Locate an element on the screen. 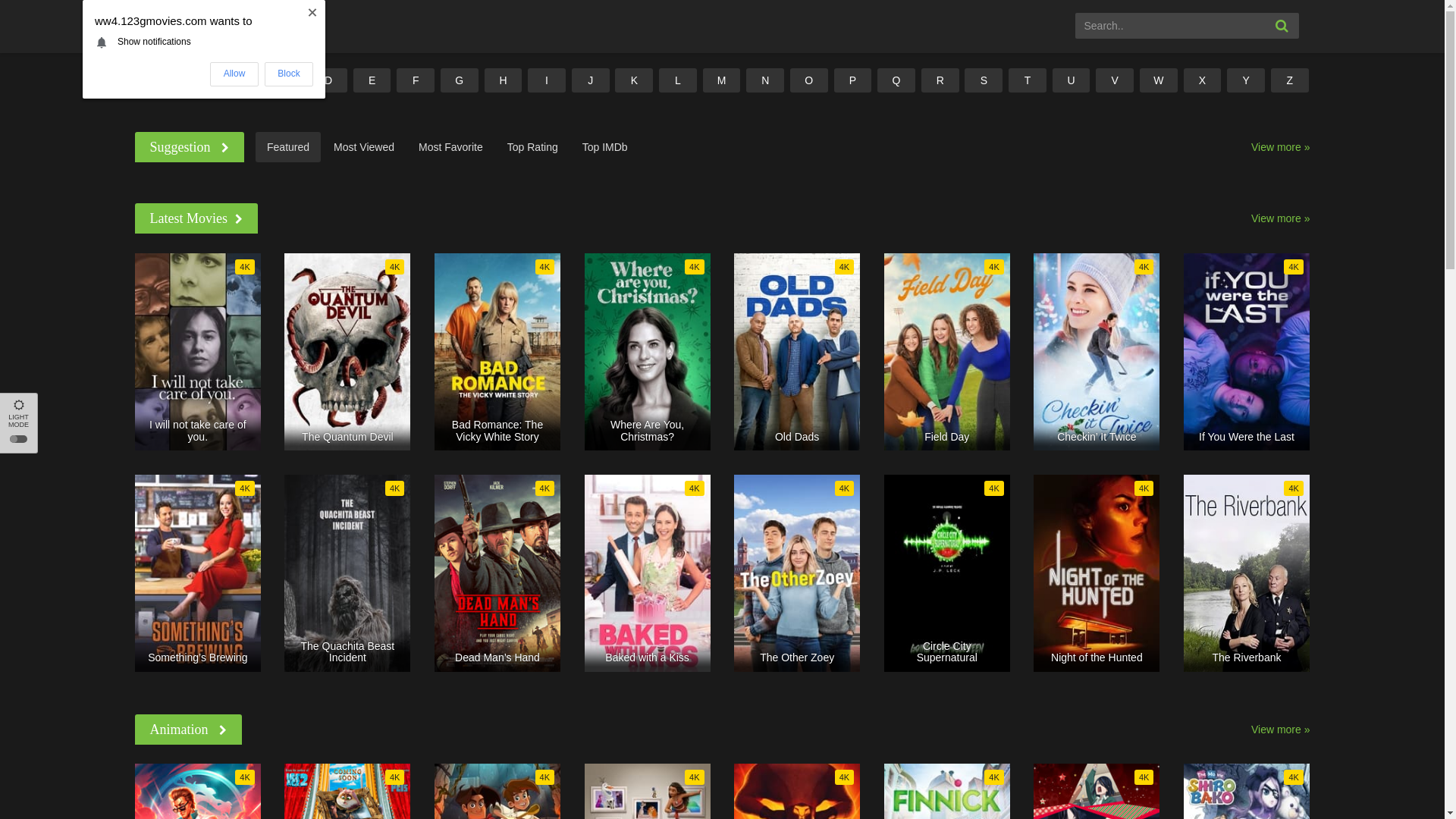 The height and width of the screenshot is (819, 1456). '4K is located at coordinates (1246, 573).